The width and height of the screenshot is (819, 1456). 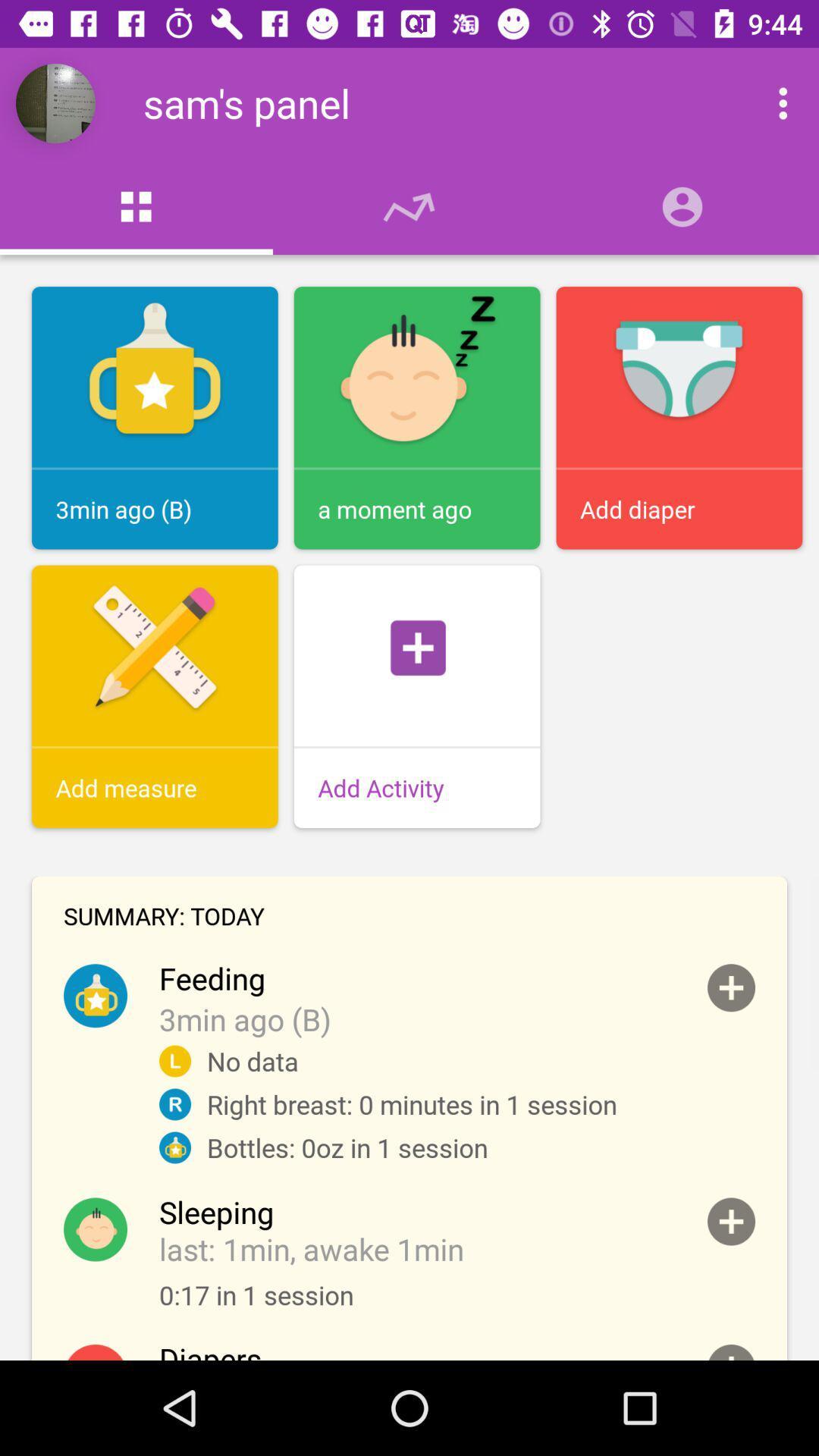 I want to click on sleeping time, so click(x=730, y=1222).